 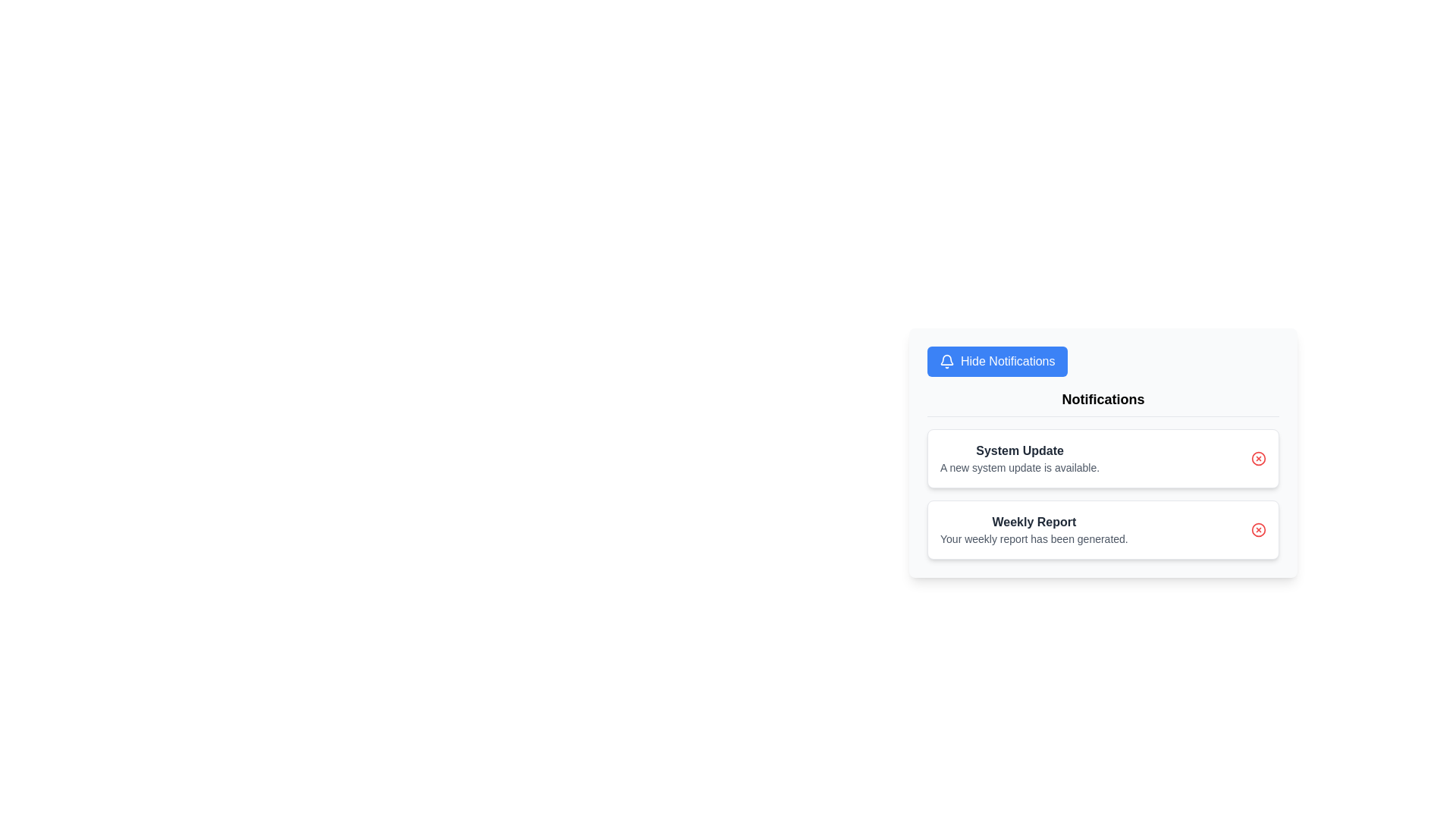 I want to click on the informational text label that indicates the successful generation of the weekly report, which is positioned below the 'Weekly Report' text in the notification card, so click(x=1033, y=538).